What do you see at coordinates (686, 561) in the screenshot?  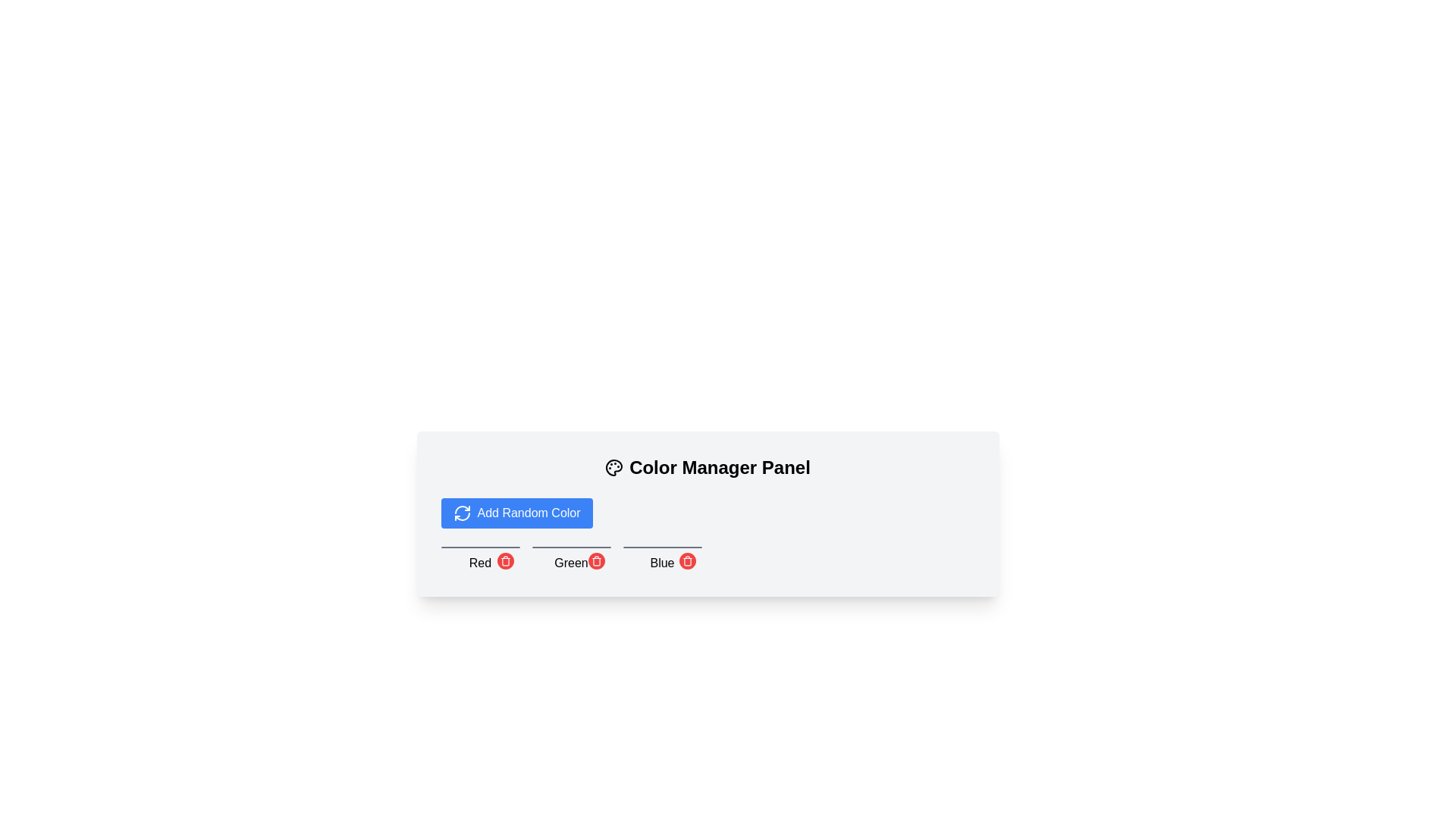 I see `the trash can icon button with a red background located to the right of the text label 'Blue'` at bounding box center [686, 561].